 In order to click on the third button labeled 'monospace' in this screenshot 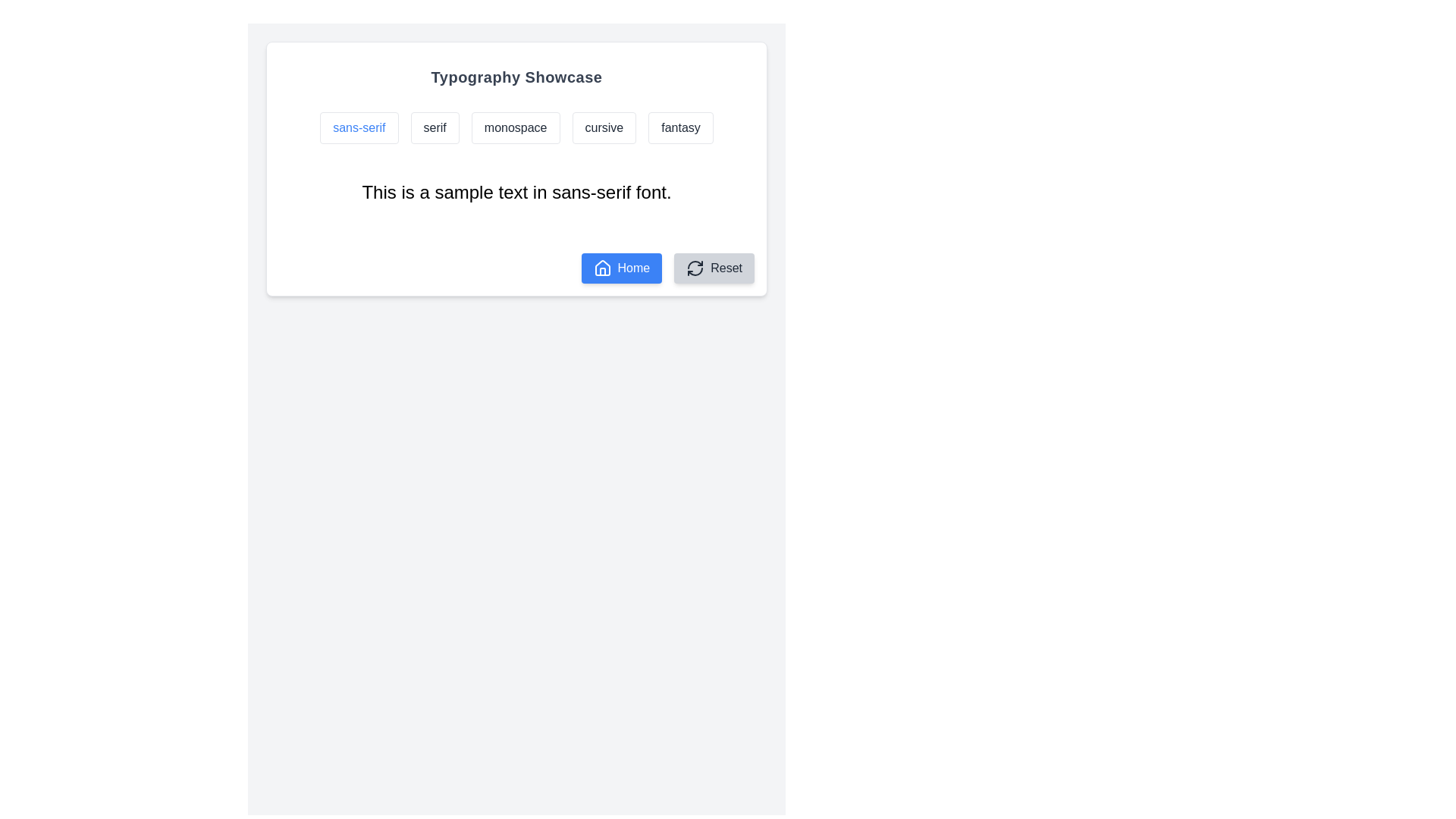, I will do `click(516, 127)`.